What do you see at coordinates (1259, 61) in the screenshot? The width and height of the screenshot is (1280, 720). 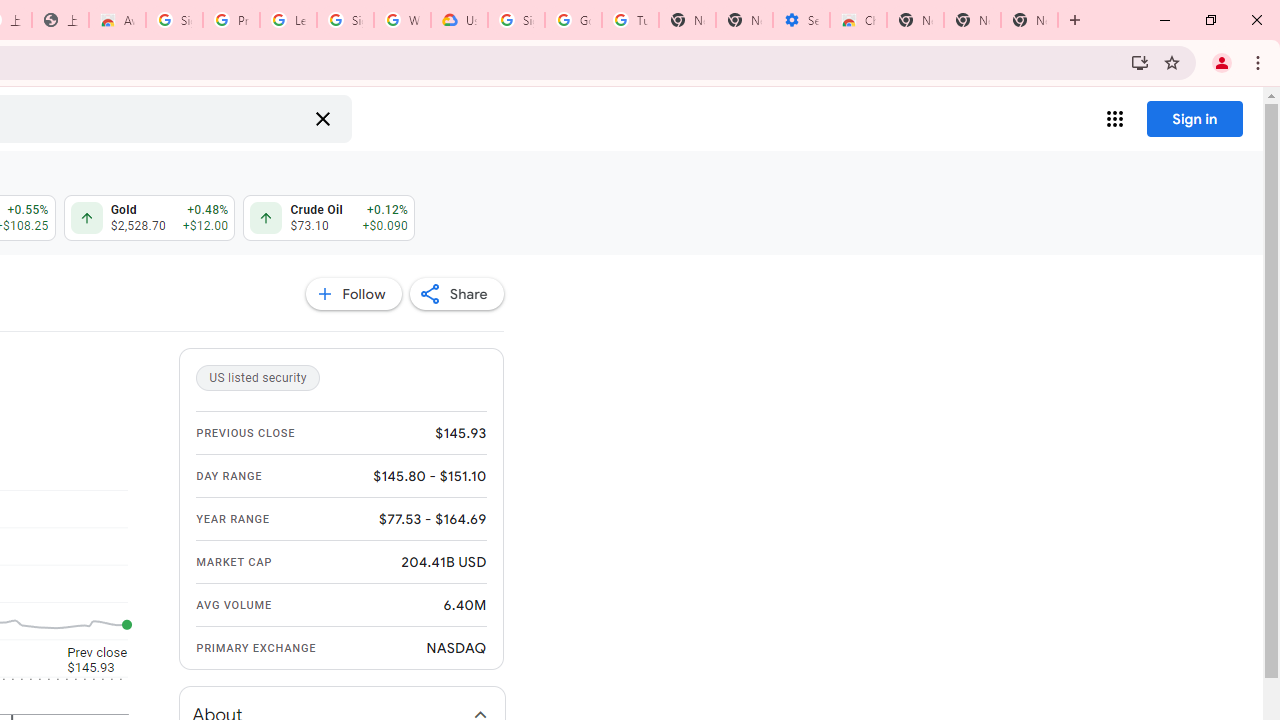 I see `'Chrome'` at bounding box center [1259, 61].